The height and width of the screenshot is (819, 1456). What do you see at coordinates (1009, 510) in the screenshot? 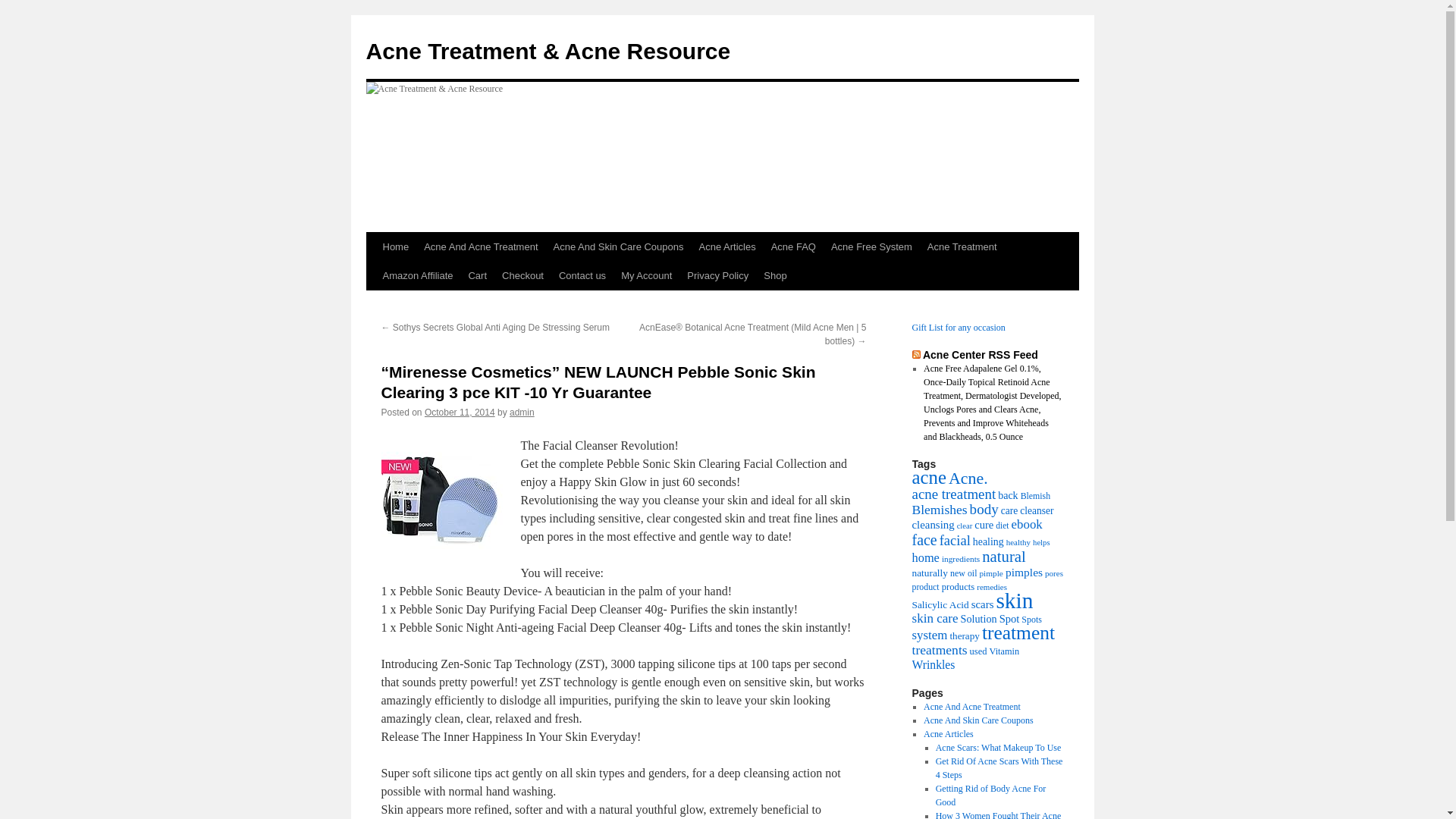
I see `'care'` at bounding box center [1009, 510].